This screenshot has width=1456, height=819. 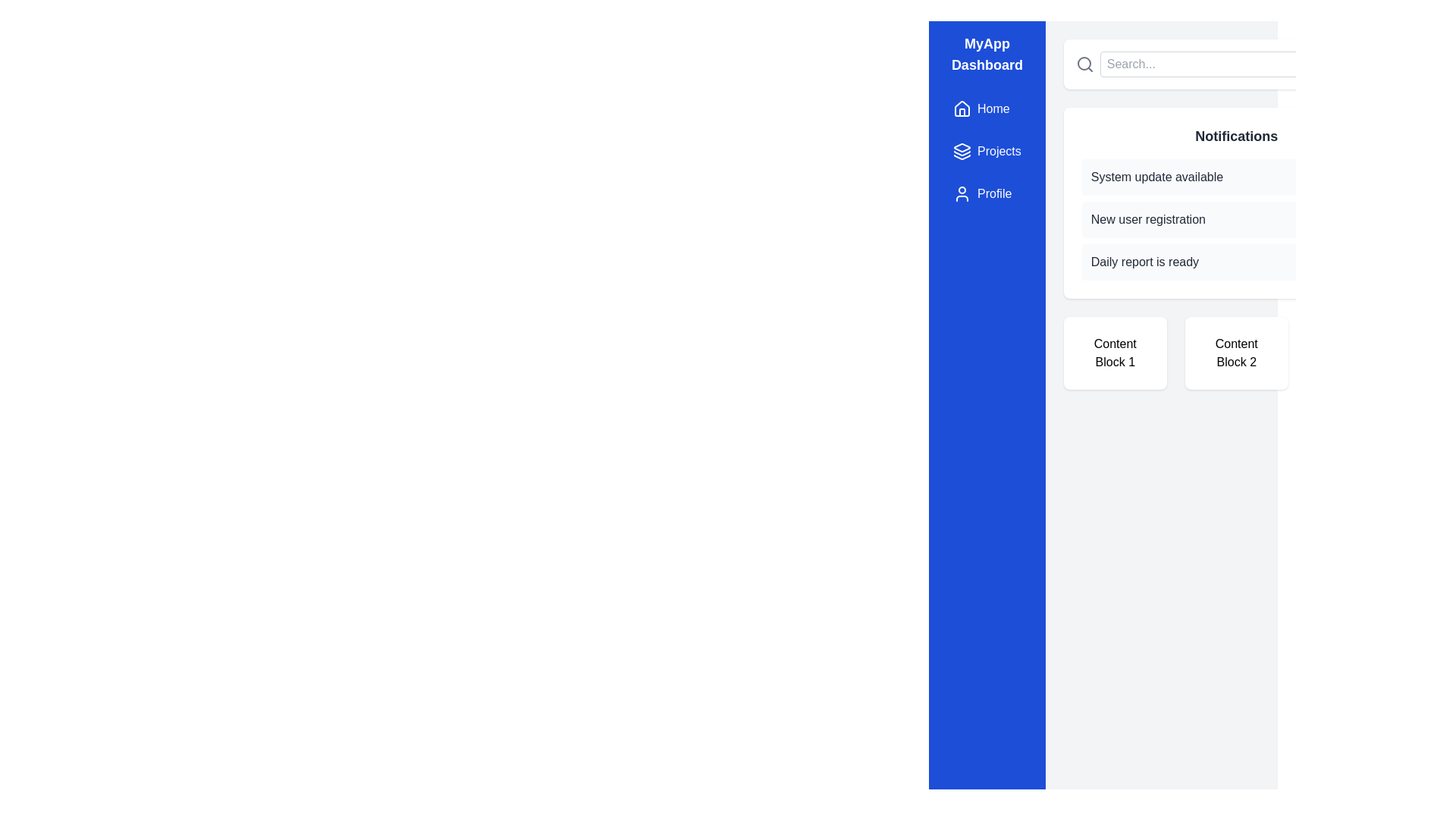 What do you see at coordinates (987, 152) in the screenshot?
I see `the 'Projects' button, which is a horizontal rectangle with an icon of layered squares and bold white text on a blue background, located in the vertical navigation menu` at bounding box center [987, 152].